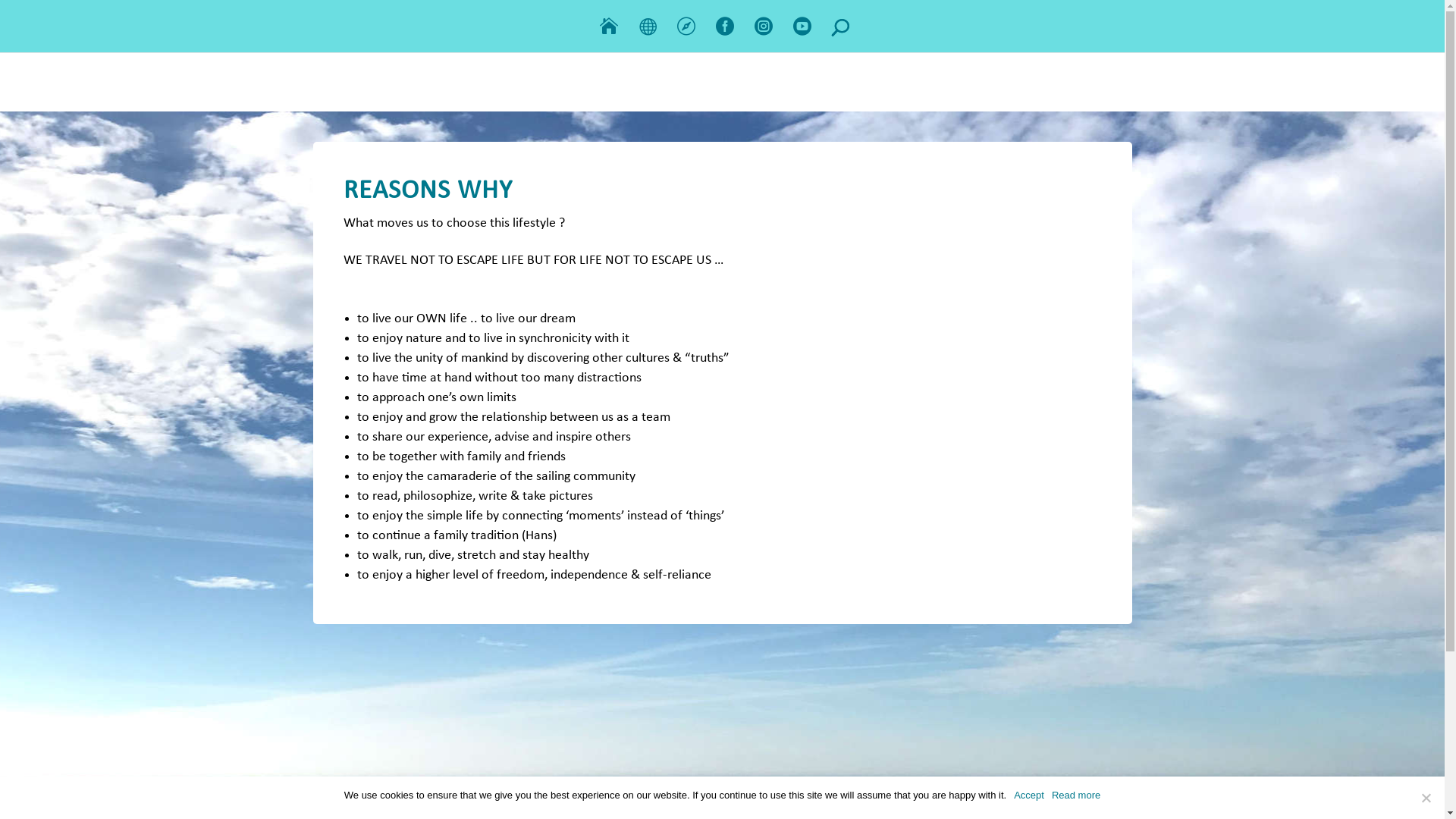 The width and height of the screenshot is (1456, 819). Describe the element at coordinates (1029, 795) in the screenshot. I see `'Accept'` at that location.